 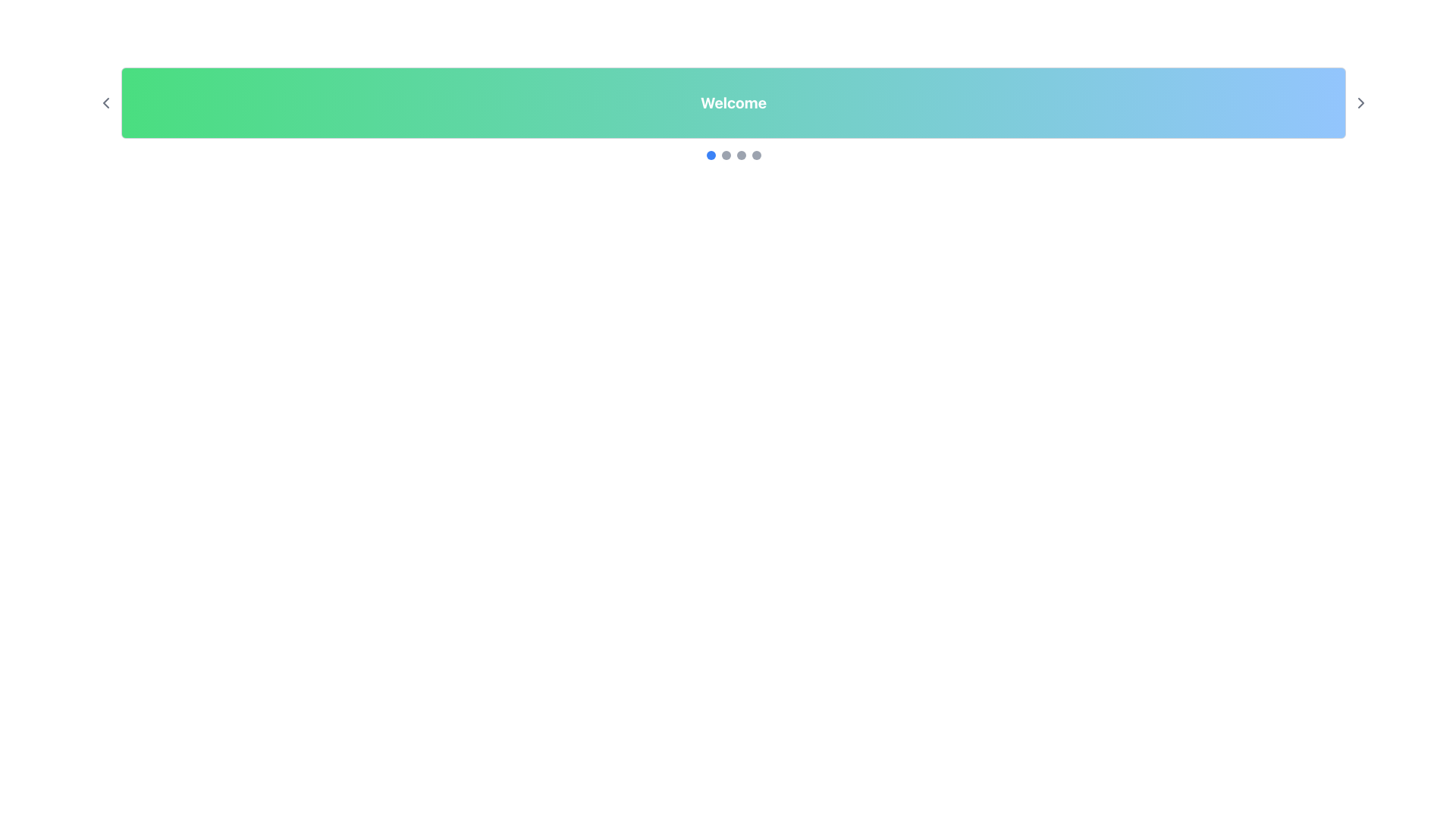 What do you see at coordinates (741, 155) in the screenshot?
I see `the third circular indicator with a gray background located below the 'Welcome' title` at bounding box center [741, 155].